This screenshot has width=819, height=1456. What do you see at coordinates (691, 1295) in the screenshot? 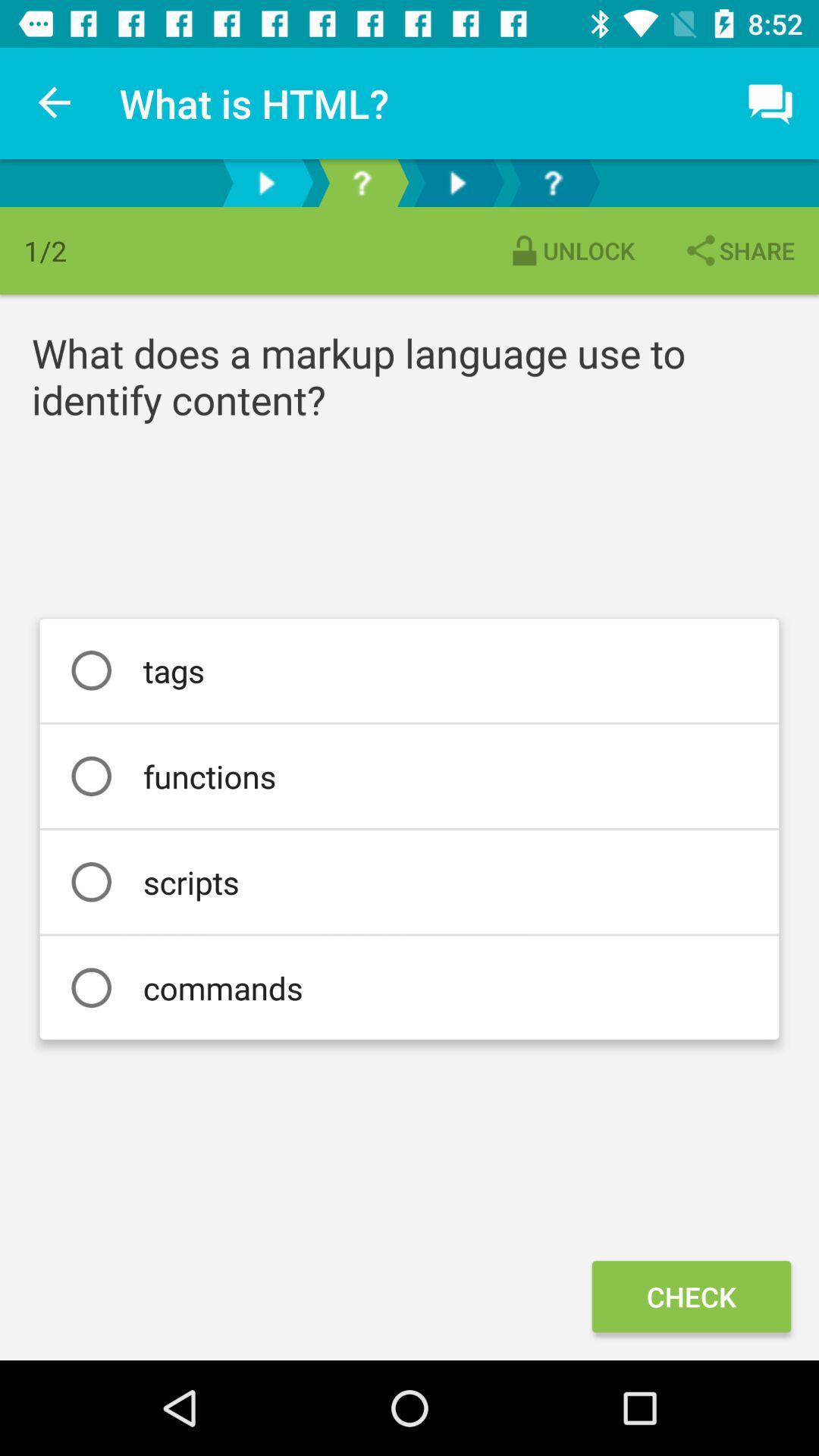
I see `the check item` at bounding box center [691, 1295].